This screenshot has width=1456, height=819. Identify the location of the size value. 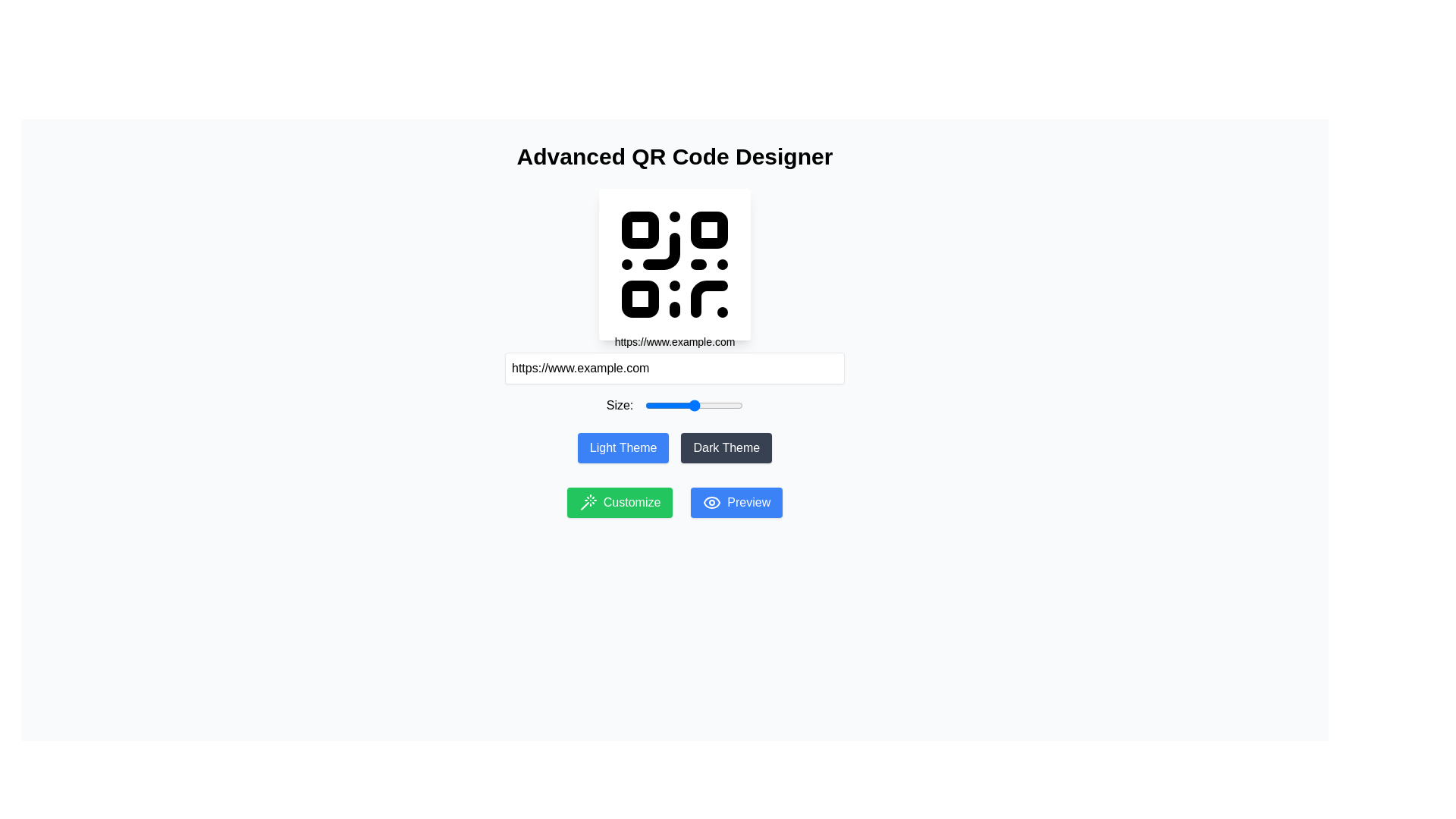
(664, 405).